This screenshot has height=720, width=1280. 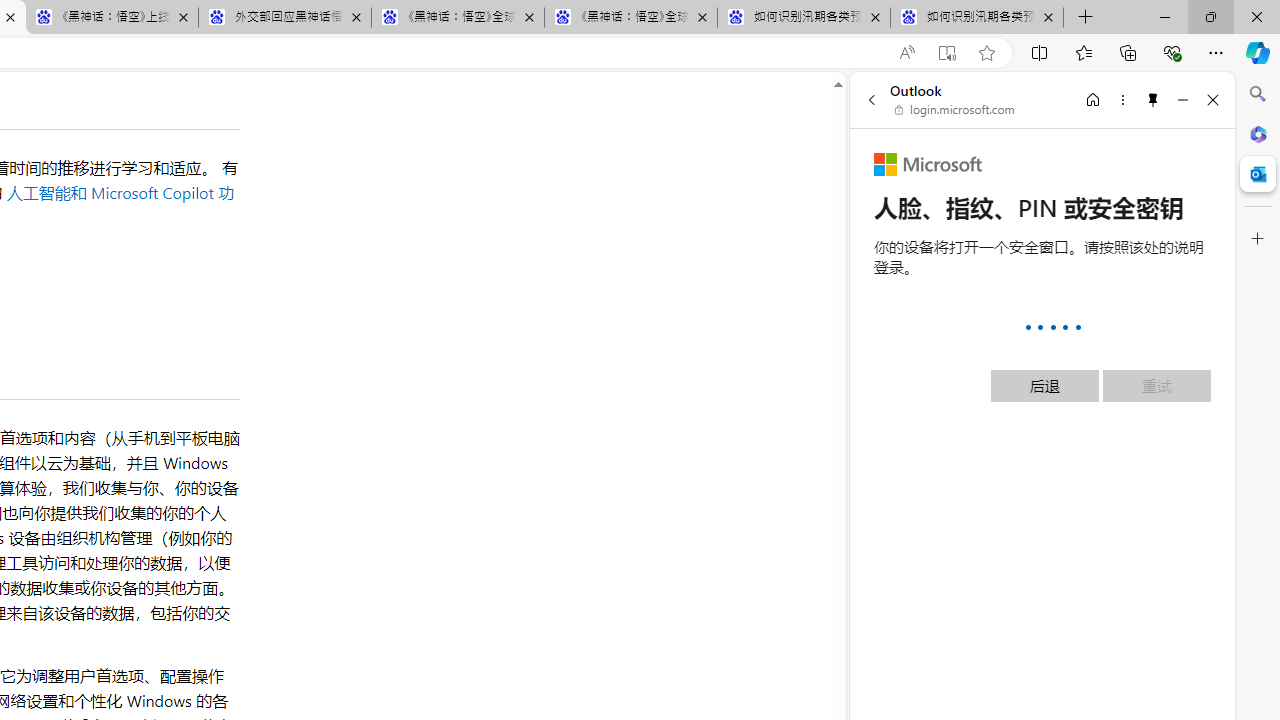 I want to click on 'login.microsoft.com', so click(x=954, y=110).